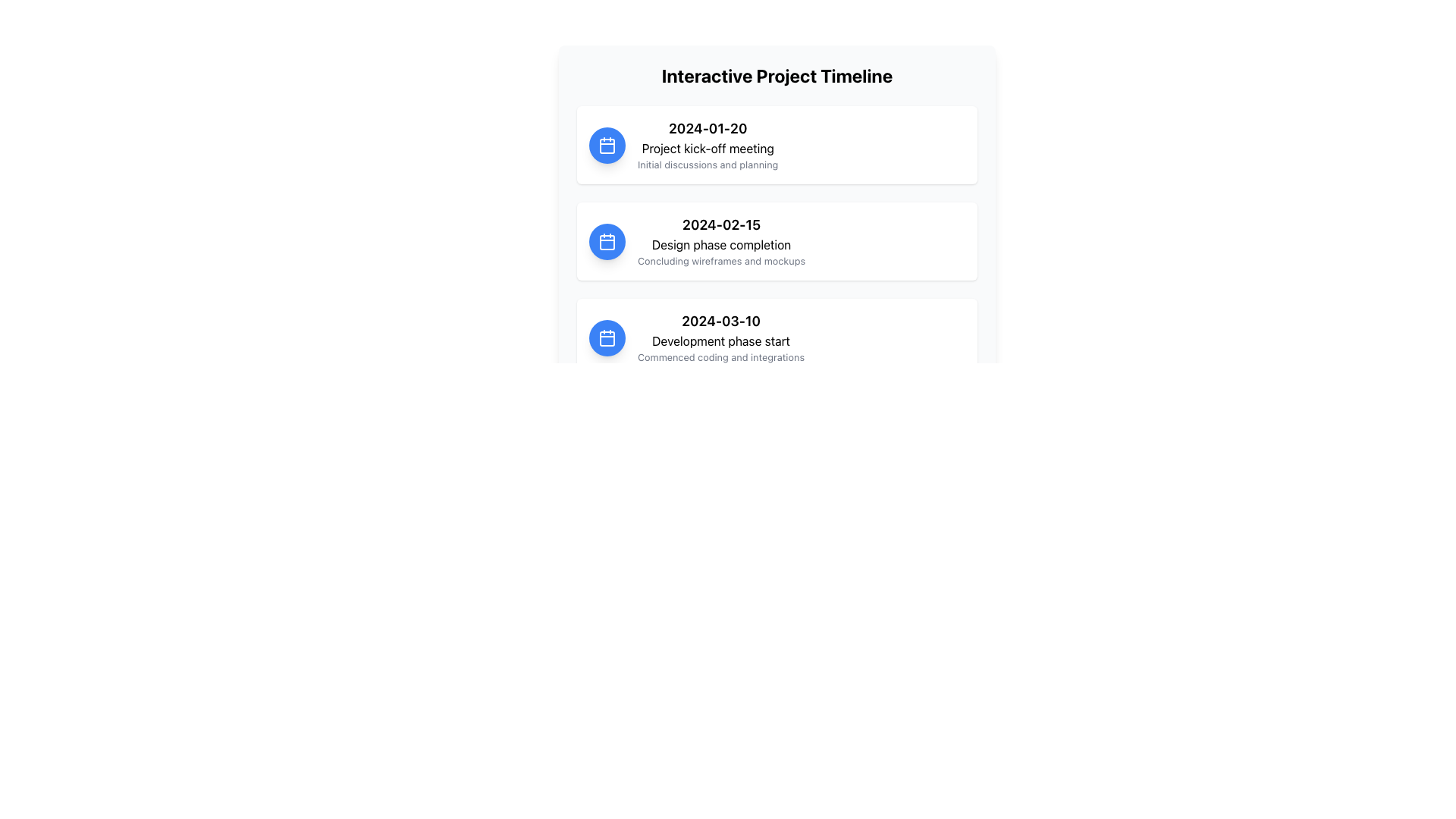  Describe the element at coordinates (607, 336) in the screenshot. I see `the blue circular button with a calendar icon located at the top left corner of the 'Development phase start' card` at that location.